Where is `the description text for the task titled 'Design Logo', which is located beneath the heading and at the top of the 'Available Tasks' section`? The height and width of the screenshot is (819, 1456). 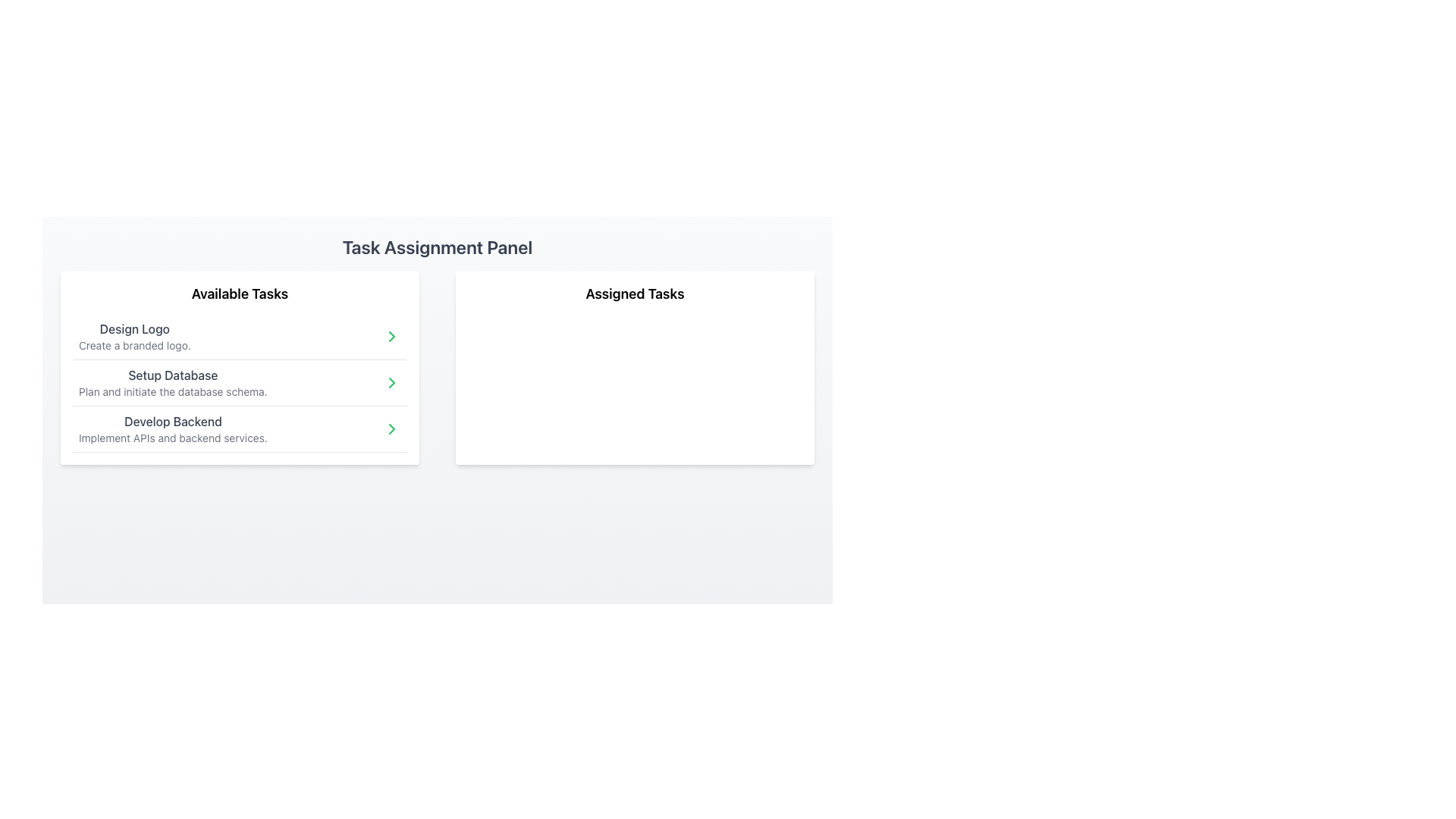
the description text for the task titled 'Design Logo', which is located beneath the heading and at the top of the 'Available Tasks' section is located at coordinates (134, 345).